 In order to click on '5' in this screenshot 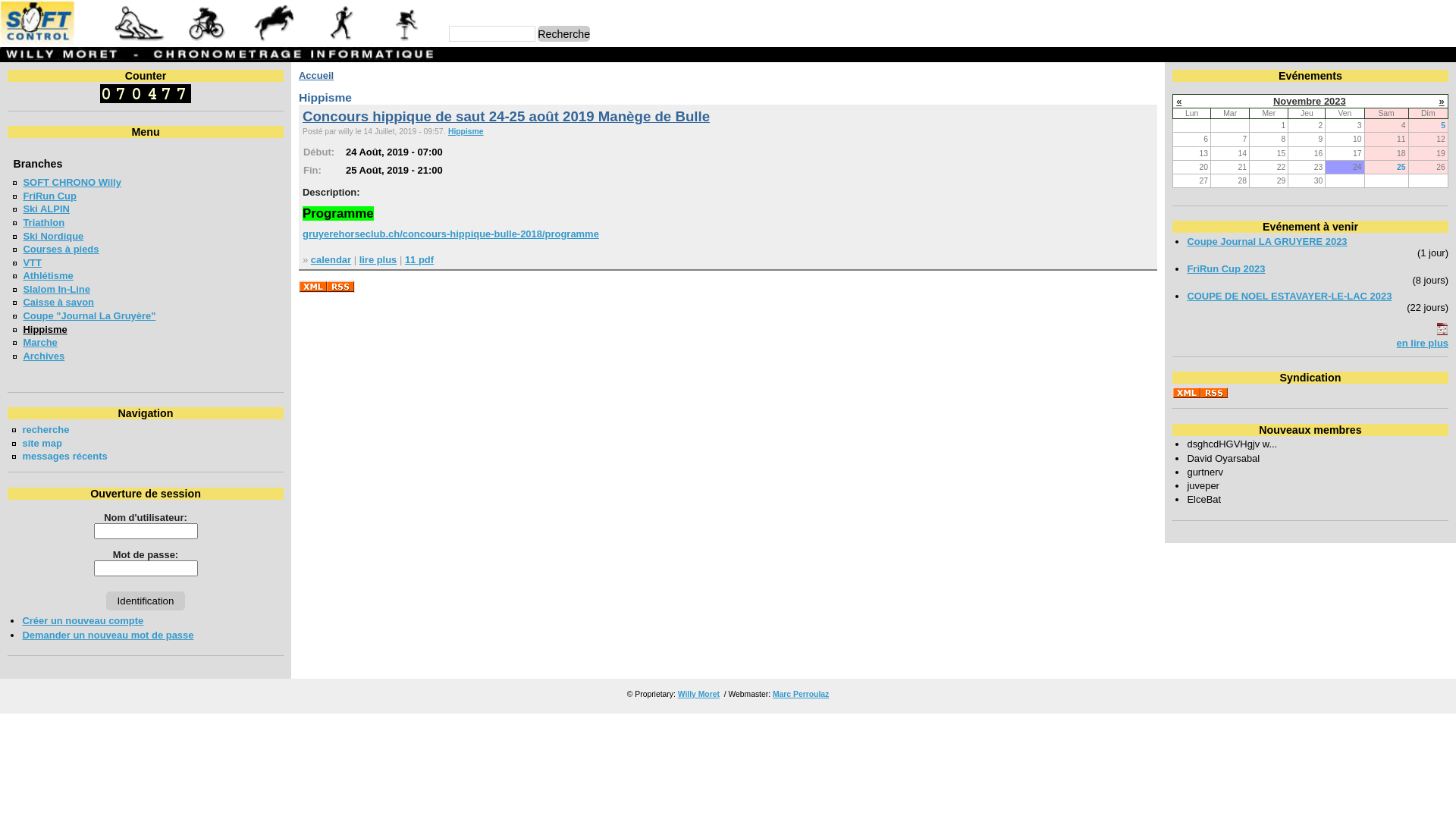, I will do `click(1442, 124)`.